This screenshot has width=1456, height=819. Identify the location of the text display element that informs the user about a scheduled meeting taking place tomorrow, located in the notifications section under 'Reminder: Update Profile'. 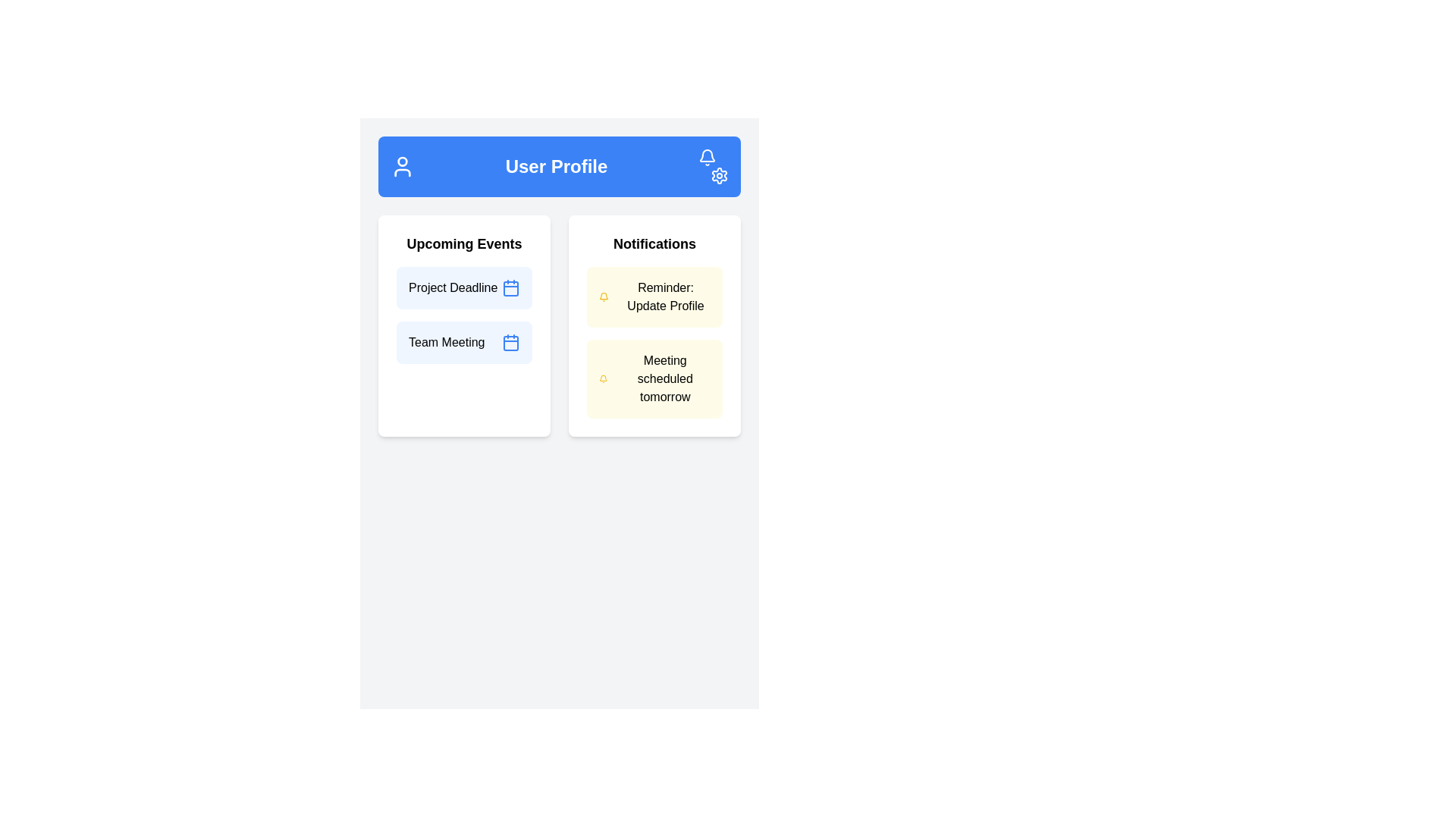
(665, 378).